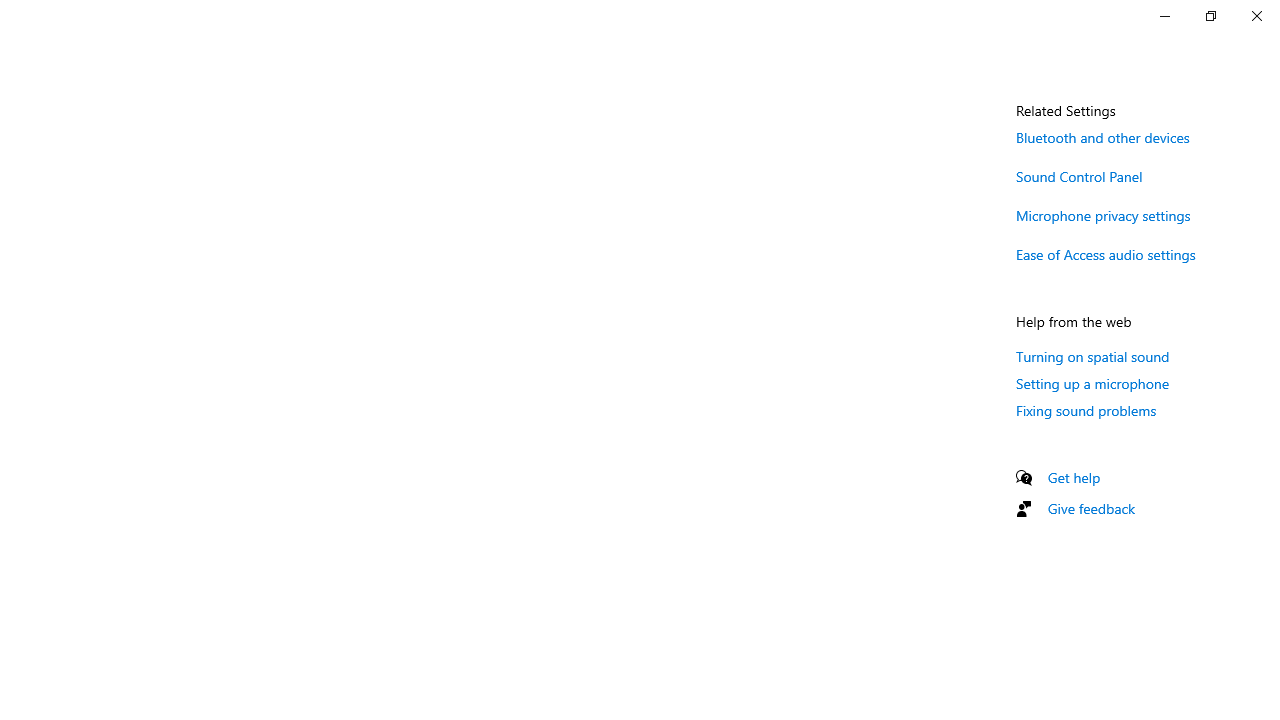  Describe the element at coordinates (1090, 507) in the screenshot. I see `'Give feedback'` at that location.